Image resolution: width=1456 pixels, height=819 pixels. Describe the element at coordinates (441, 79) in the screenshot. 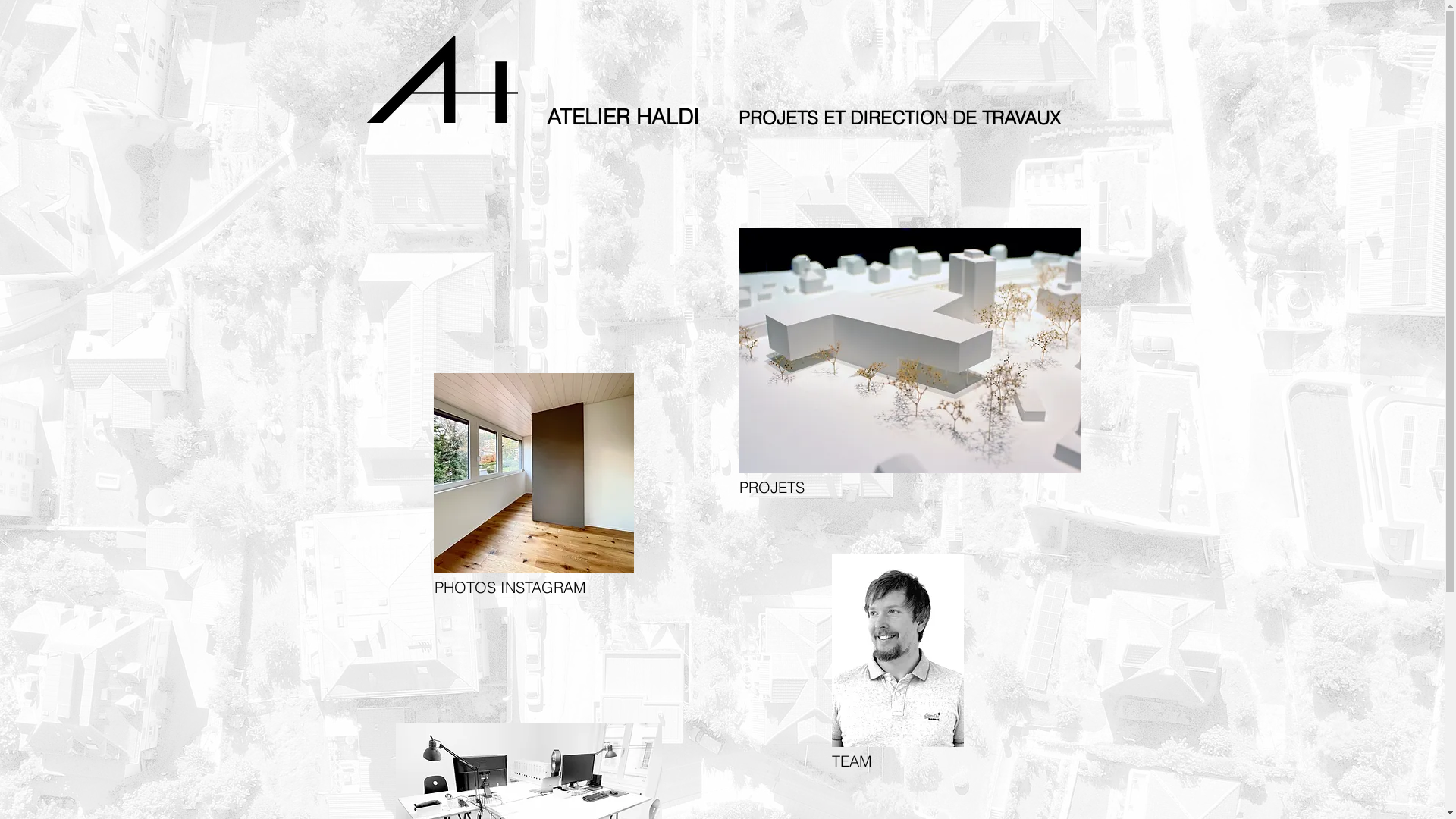

I see `'AH.png'` at that location.